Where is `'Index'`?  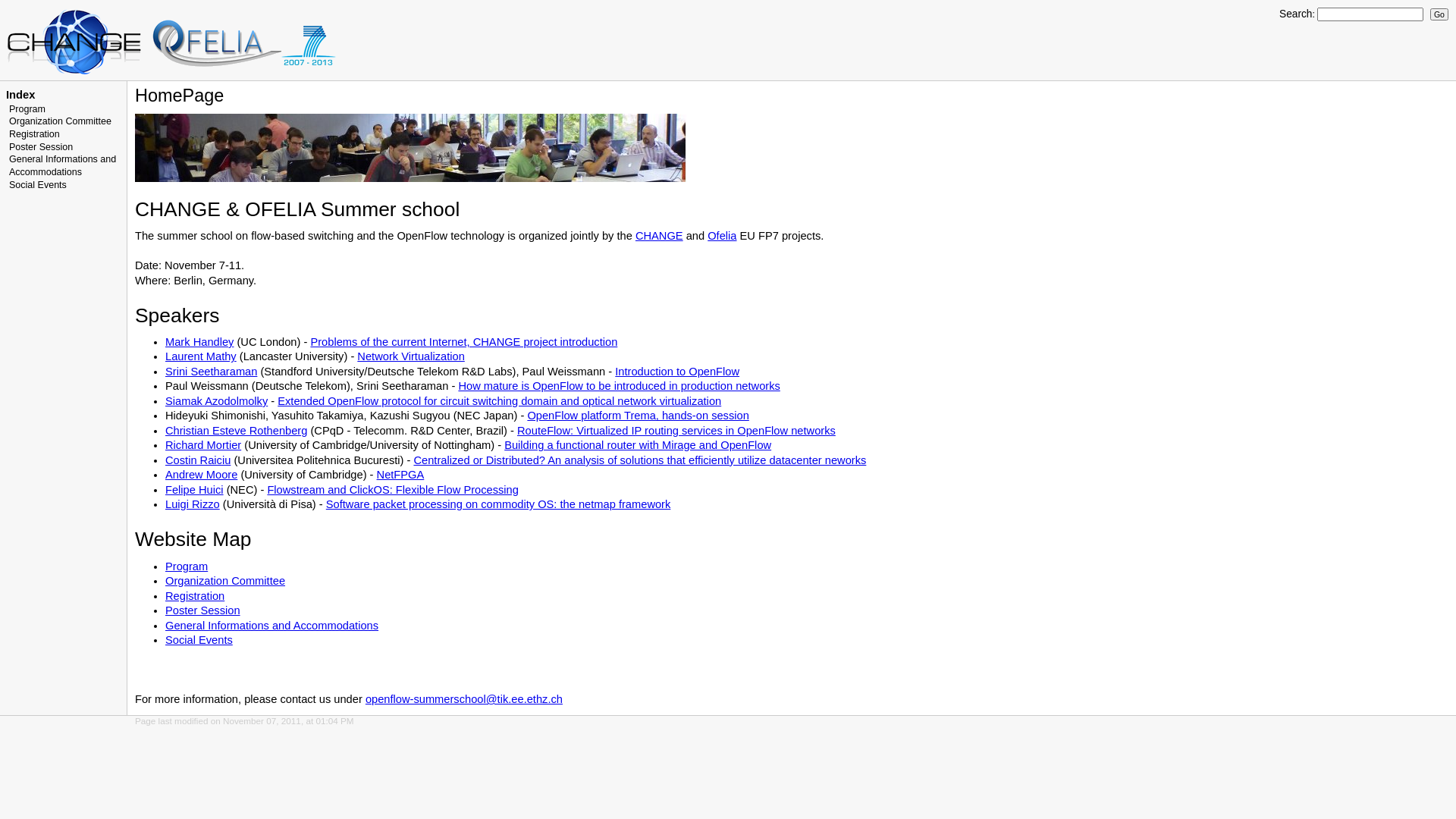 'Index' is located at coordinates (20, 94).